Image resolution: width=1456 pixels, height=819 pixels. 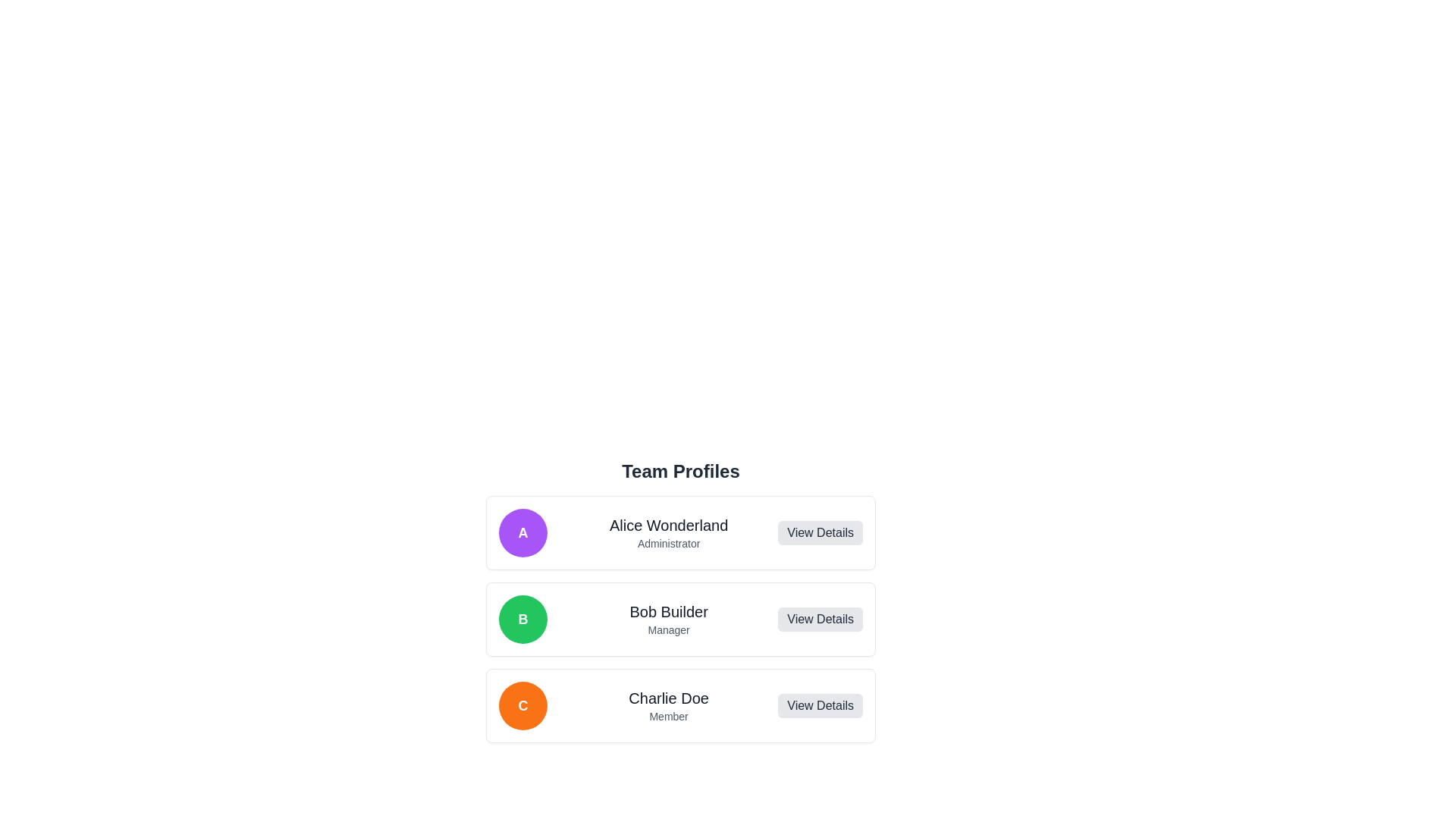 I want to click on the Profile Card that represents a user profile, which is the first card in a vertically stacked list and centrally aligned on the page, so click(x=679, y=532).